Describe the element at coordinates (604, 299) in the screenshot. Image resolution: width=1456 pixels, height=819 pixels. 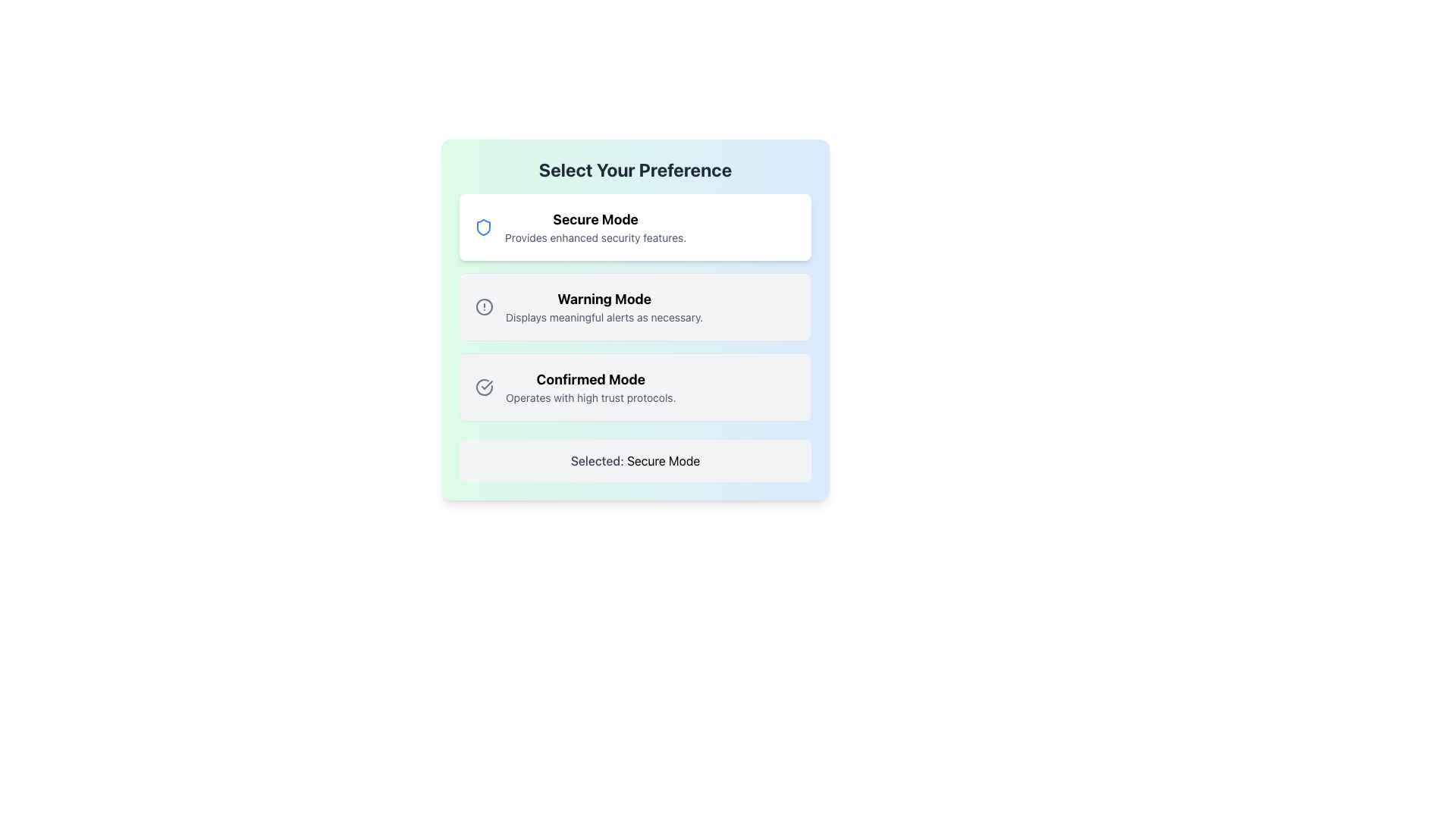
I see `the 'Warning Mode' text label, which serves as the header for the selection option located in the second block of preference options, beneath 'Secure Mode' and above the description text` at that location.